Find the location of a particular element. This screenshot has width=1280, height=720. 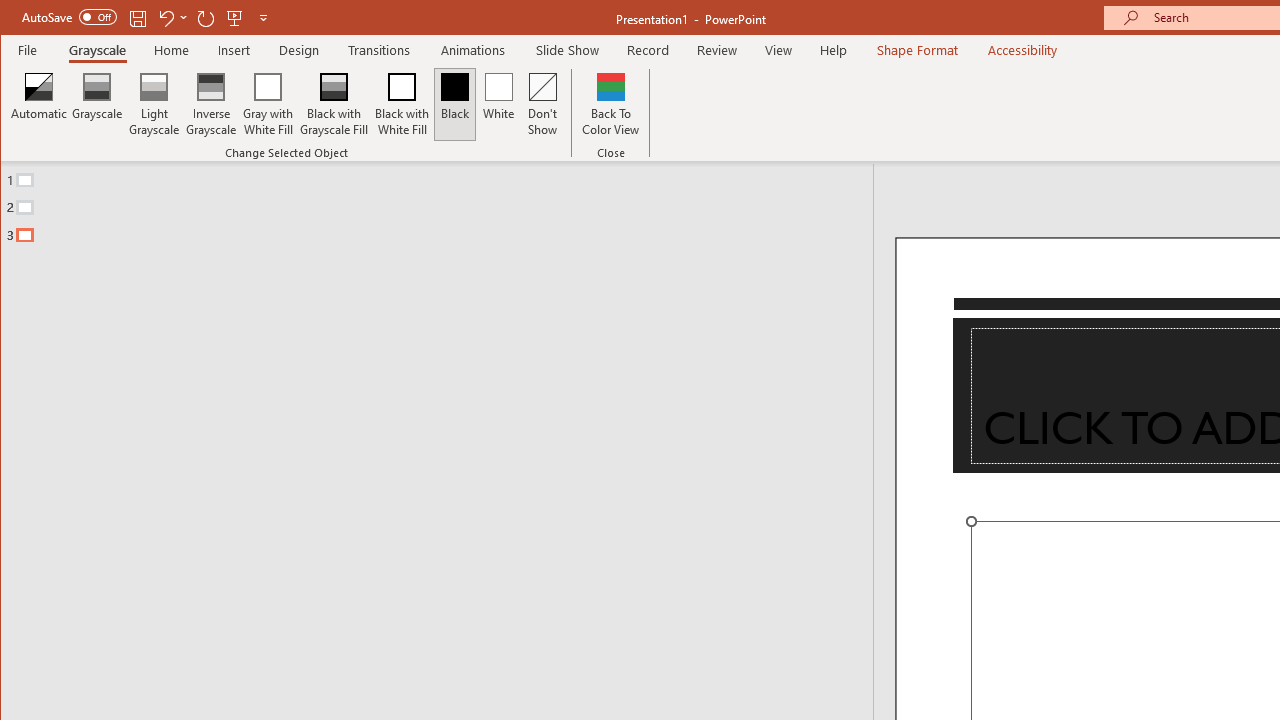

'Home' is located at coordinates (171, 49).